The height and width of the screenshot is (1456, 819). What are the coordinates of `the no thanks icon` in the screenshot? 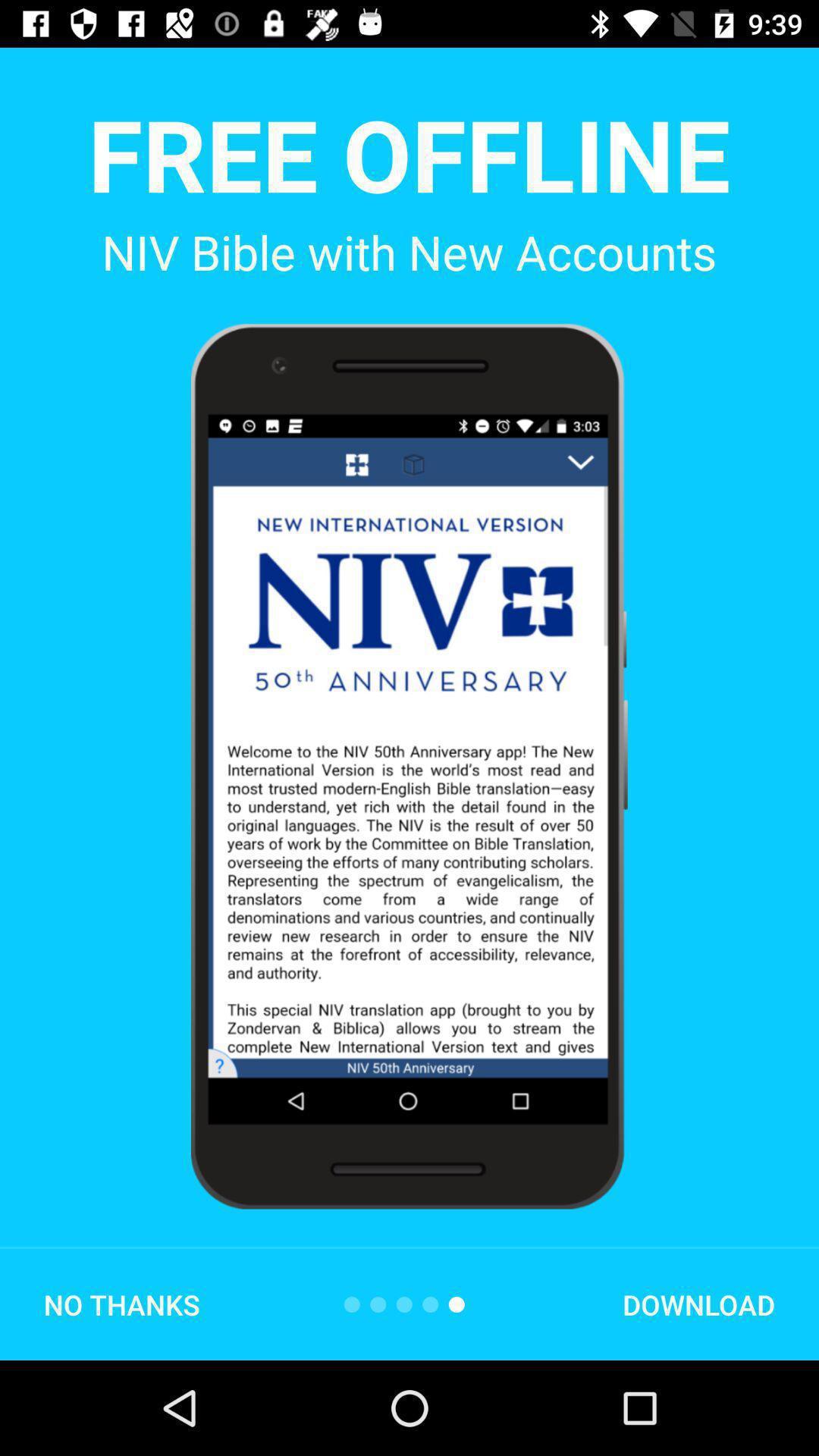 It's located at (121, 1304).